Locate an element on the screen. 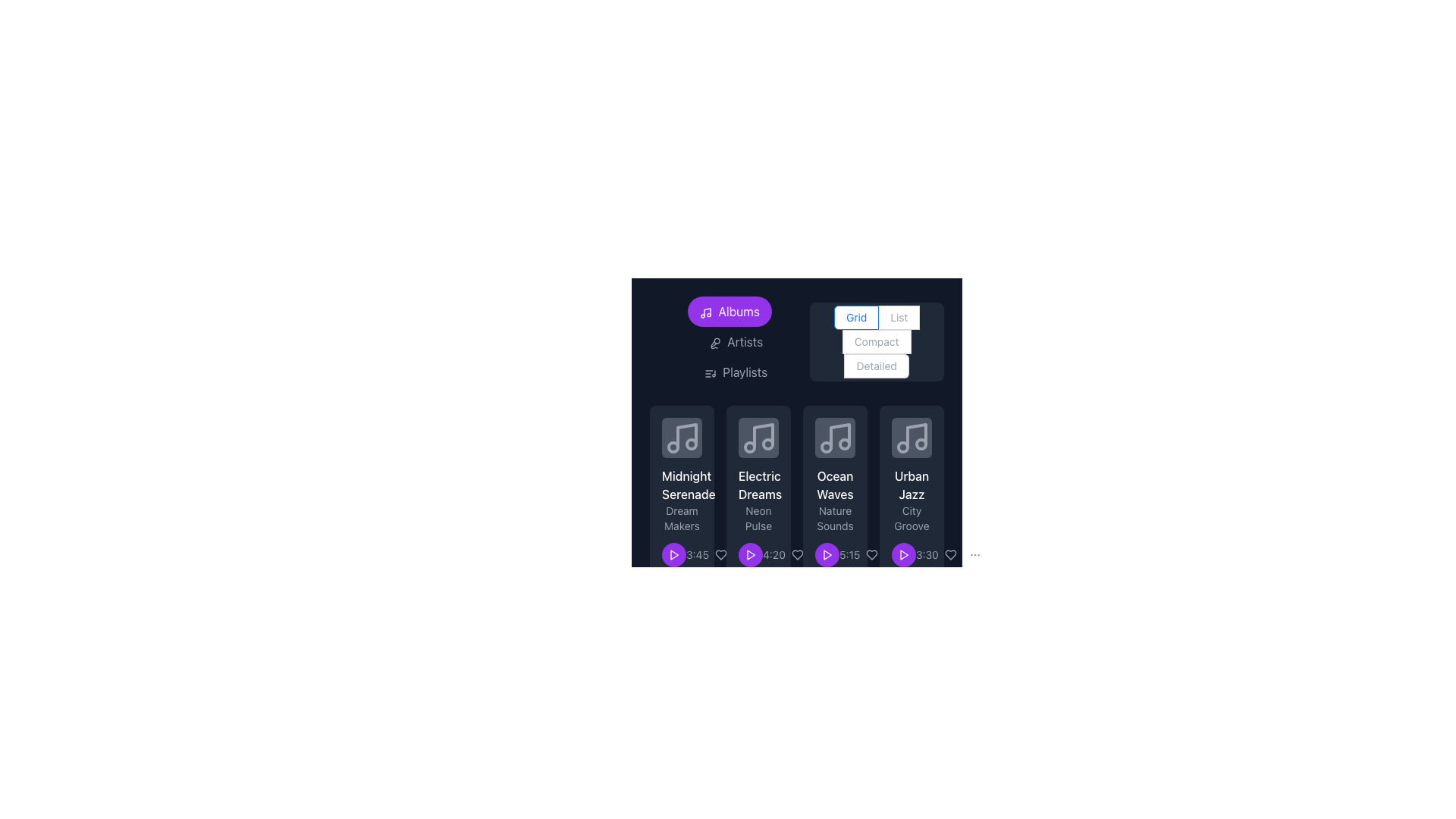 The image size is (1456, 819). the second button in the row of song buttons located below the text 'Electric Dreams - Neon Pulse' to play the song 'Electric Dreams' is located at coordinates (750, 555).